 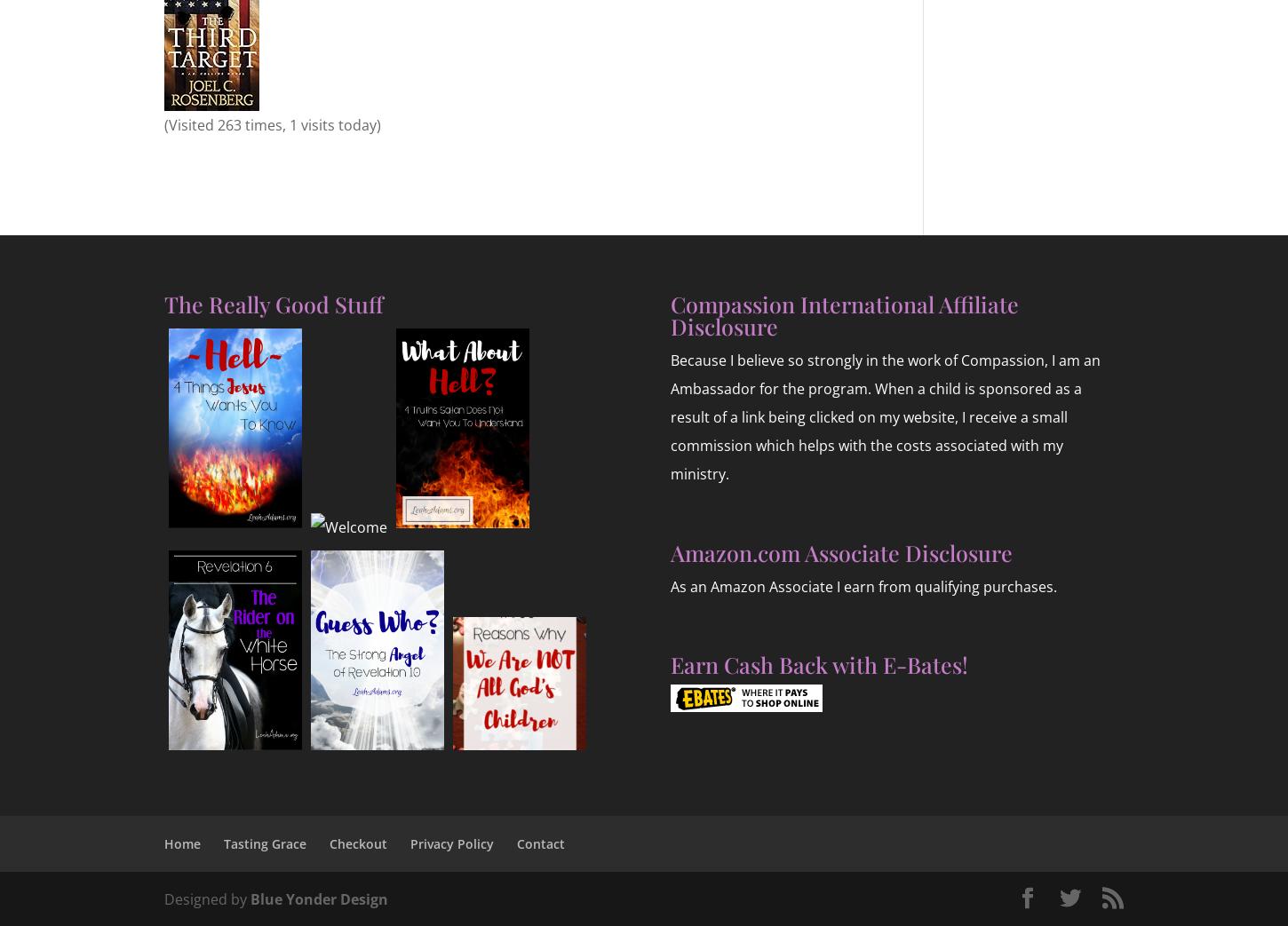 I want to click on '(Visited 263 times, 1 visits today)', so click(x=272, y=125).